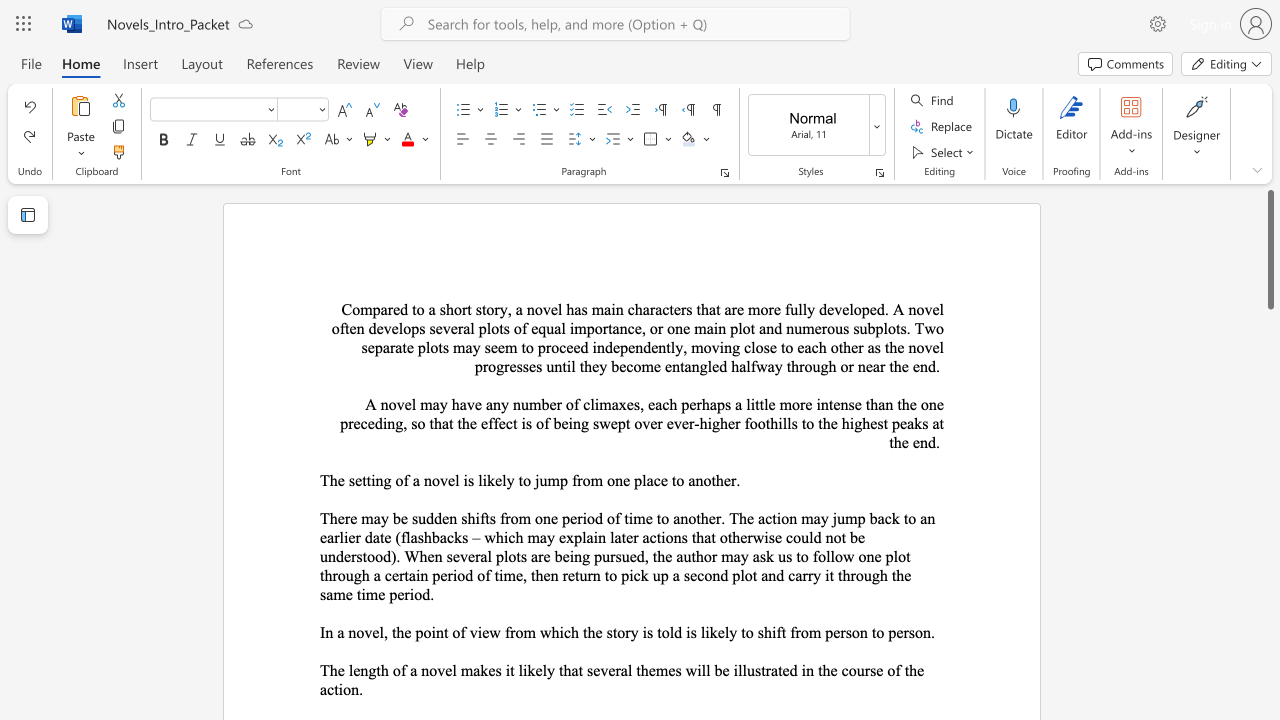  I want to click on the scrollbar to slide the page down, so click(1269, 438).